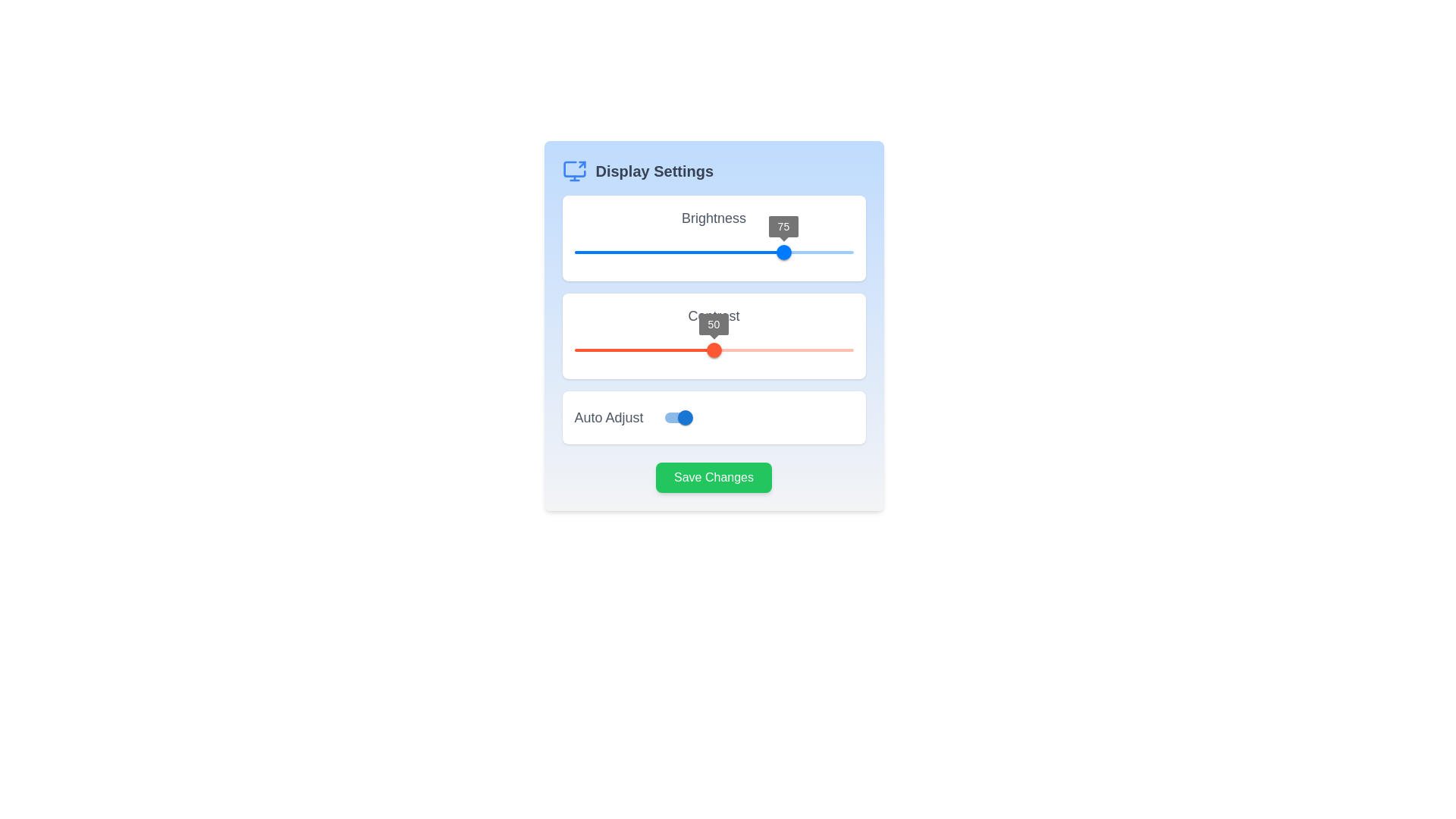 The height and width of the screenshot is (819, 1456). What do you see at coordinates (684, 418) in the screenshot?
I see `the toggle switch styled checkbox labeled 'Auto Adjust'` at bounding box center [684, 418].